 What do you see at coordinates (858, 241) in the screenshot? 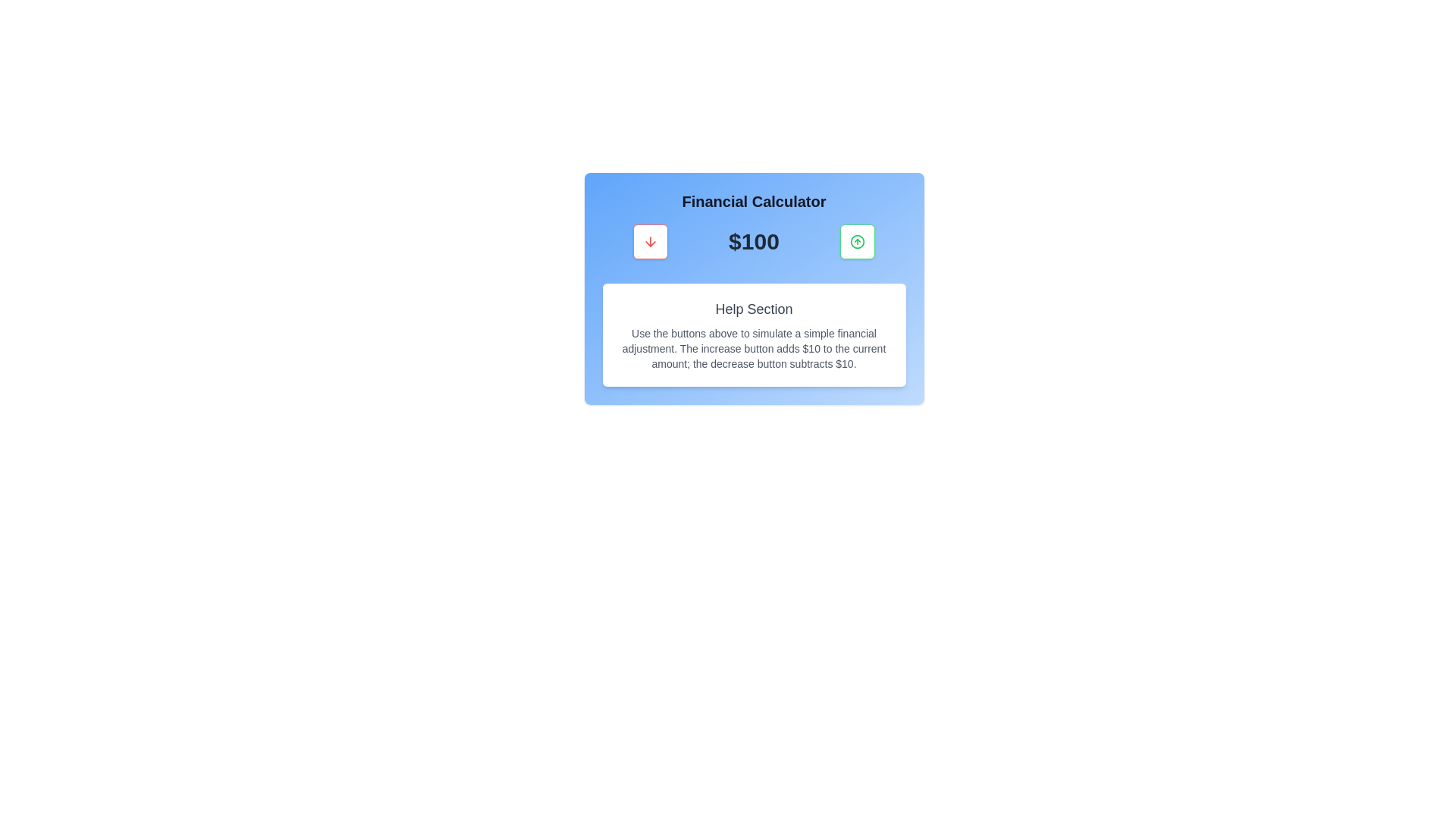
I see `the Circular button with an icon located in the top-right corner of the financial calculator` at bounding box center [858, 241].